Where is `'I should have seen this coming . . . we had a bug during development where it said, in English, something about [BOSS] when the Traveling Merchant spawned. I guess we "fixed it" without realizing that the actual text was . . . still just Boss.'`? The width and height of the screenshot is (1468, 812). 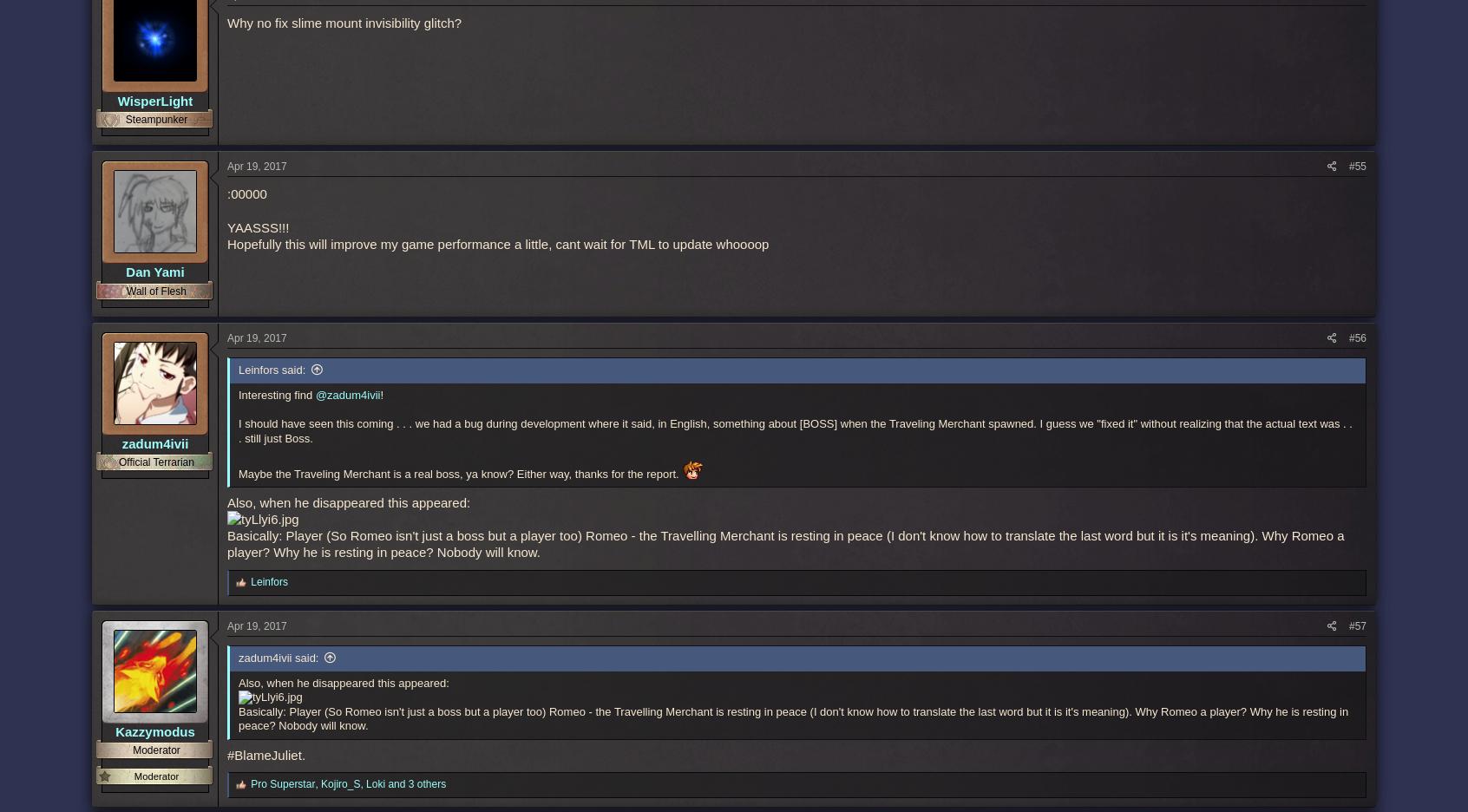
'I should have seen this coming . . . we had a bug during development where it said, in English, something about [BOSS] when the Traveling Merchant spawned. I guess we "fixed it" without realizing that the actual text was . . . still just Boss.' is located at coordinates (794, 429).